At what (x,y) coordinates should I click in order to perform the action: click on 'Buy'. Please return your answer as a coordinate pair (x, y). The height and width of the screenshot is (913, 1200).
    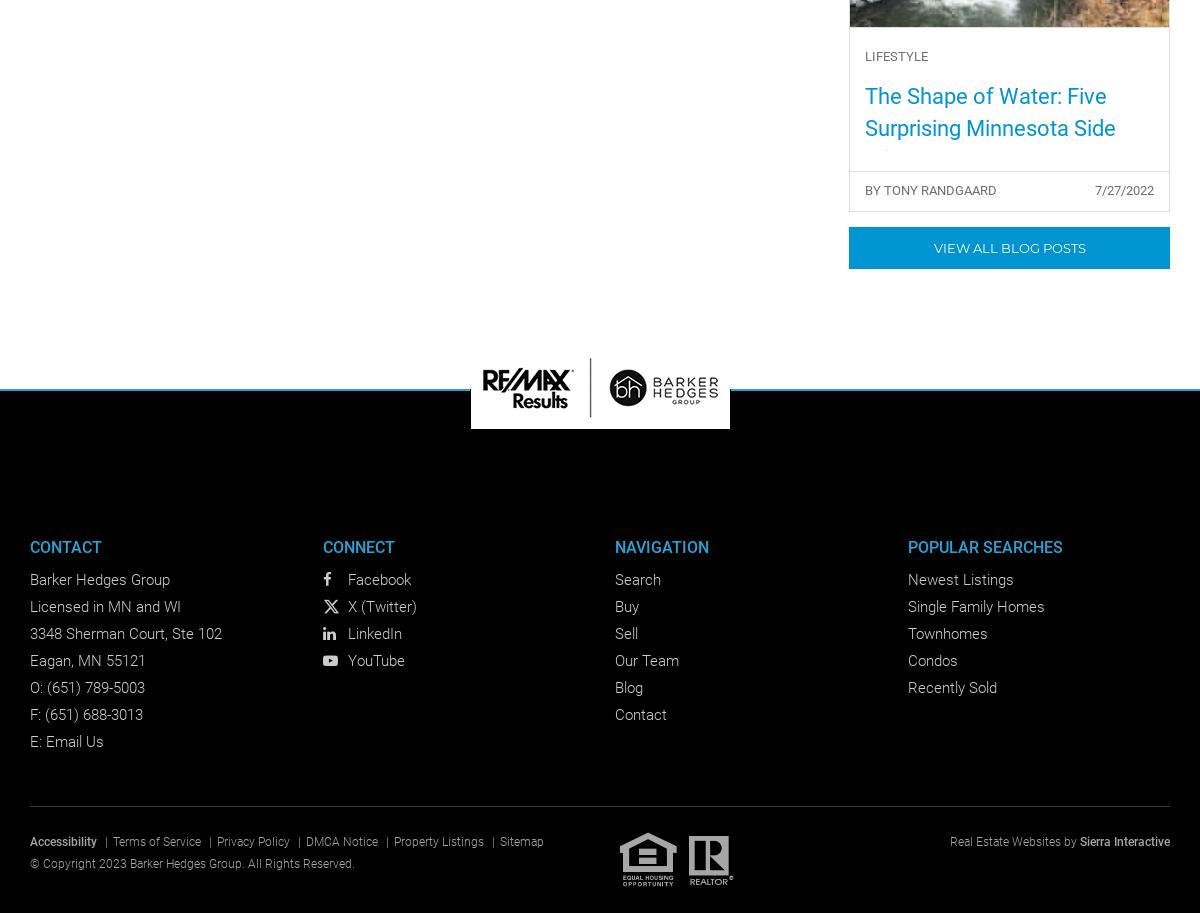
    Looking at the image, I should click on (627, 606).